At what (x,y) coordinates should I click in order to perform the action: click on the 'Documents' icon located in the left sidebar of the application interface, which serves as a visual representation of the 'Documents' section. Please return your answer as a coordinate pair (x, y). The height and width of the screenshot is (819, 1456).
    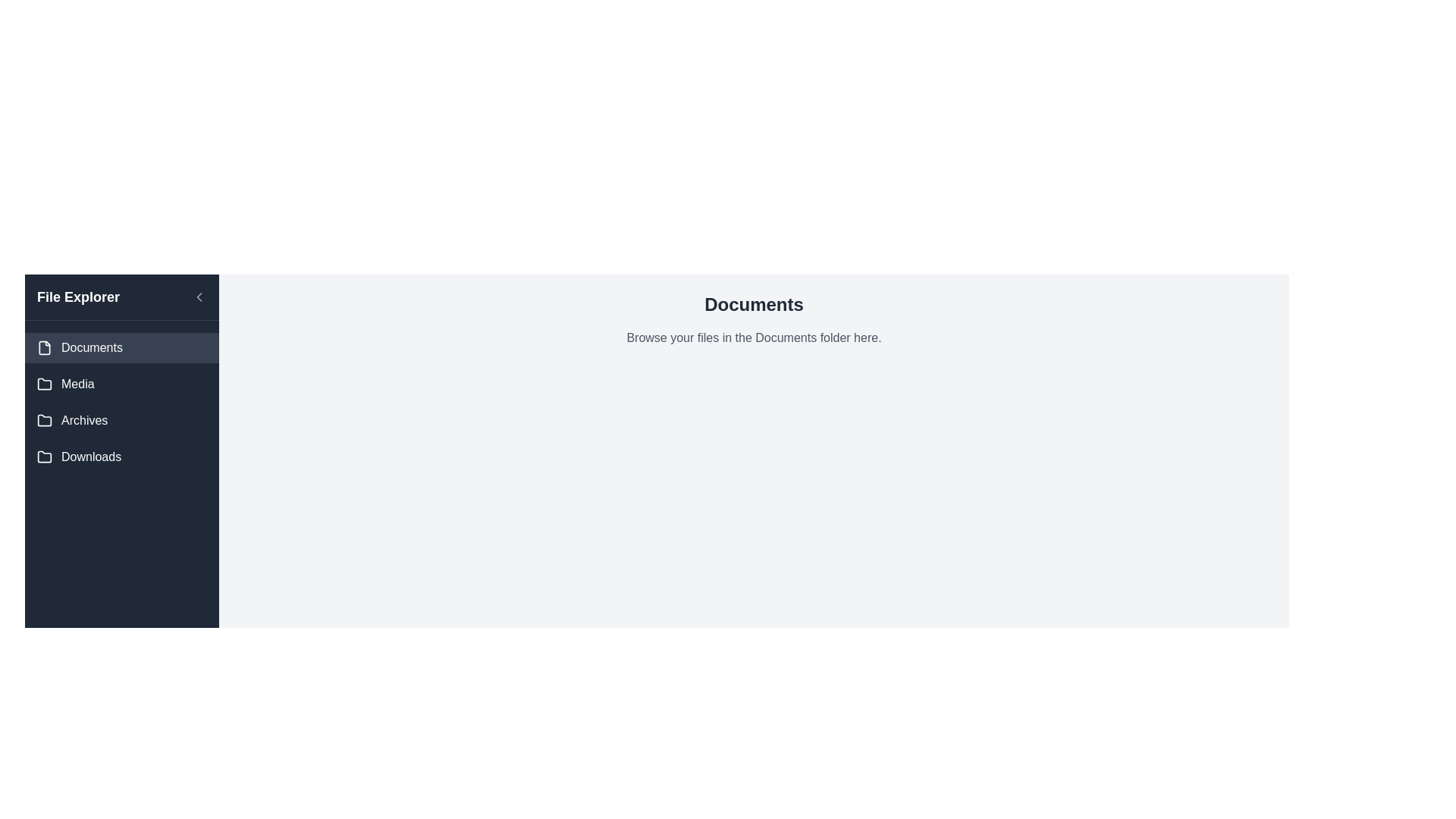
    Looking at the image, I should click on (44, 348).